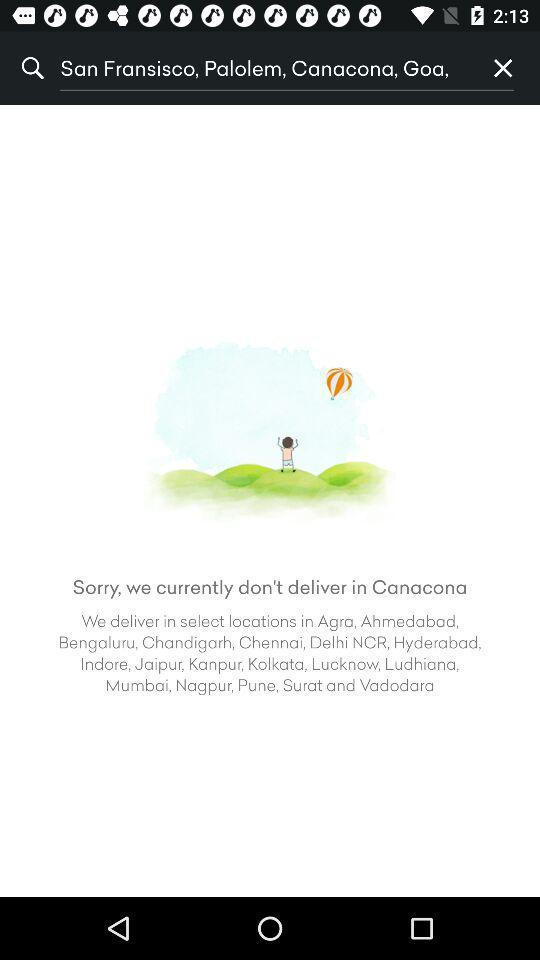  Describe the element at coordinates (263, 68) in the screenshot. I see `the item to the right of the %` at that location.